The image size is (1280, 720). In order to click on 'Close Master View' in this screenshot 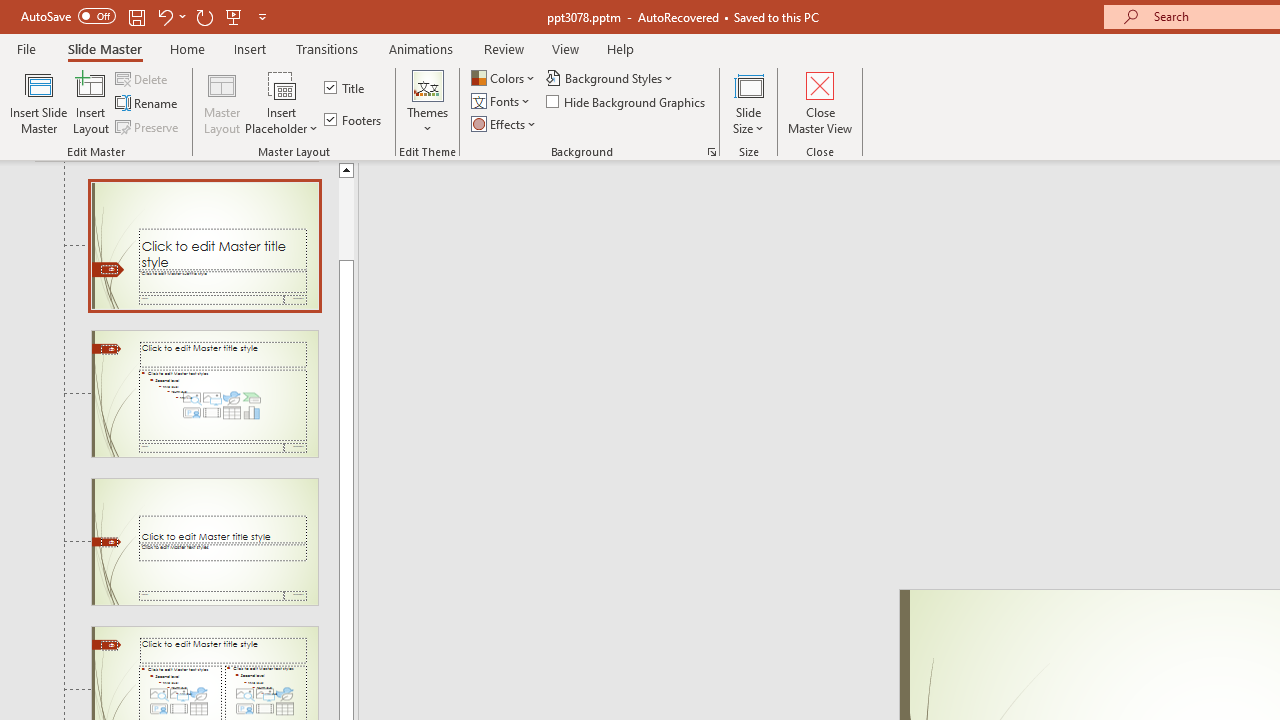, I will do `click(820, 103)`.